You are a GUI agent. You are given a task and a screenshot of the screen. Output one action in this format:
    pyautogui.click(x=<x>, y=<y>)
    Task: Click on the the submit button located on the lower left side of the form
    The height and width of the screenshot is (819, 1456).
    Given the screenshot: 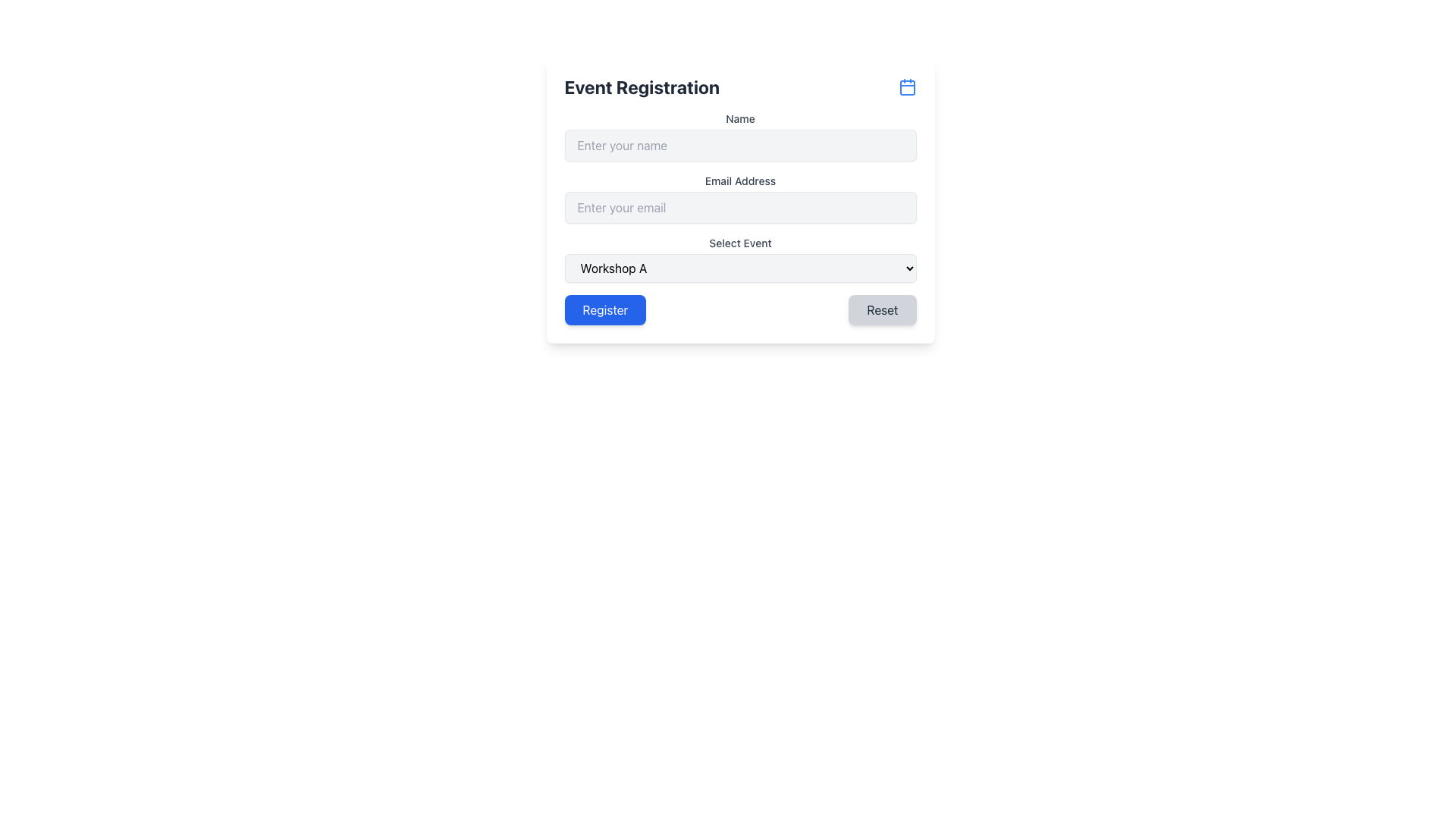 What is the action you would take?
    pyautogui.click(x=604, y=309)
    